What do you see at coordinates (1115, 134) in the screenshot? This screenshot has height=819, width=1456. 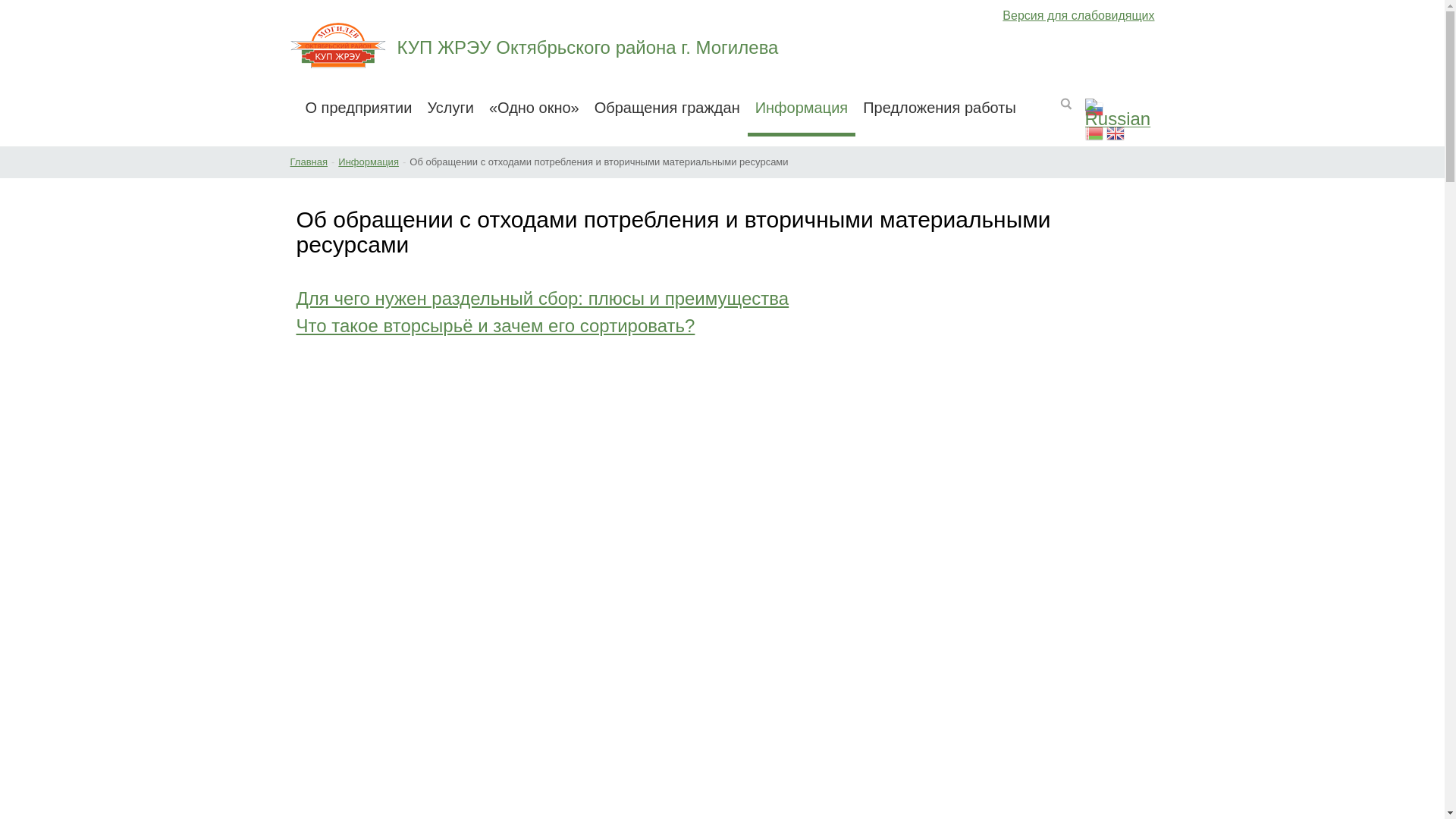 I see `'English'` at bounding box center [1115, 134].